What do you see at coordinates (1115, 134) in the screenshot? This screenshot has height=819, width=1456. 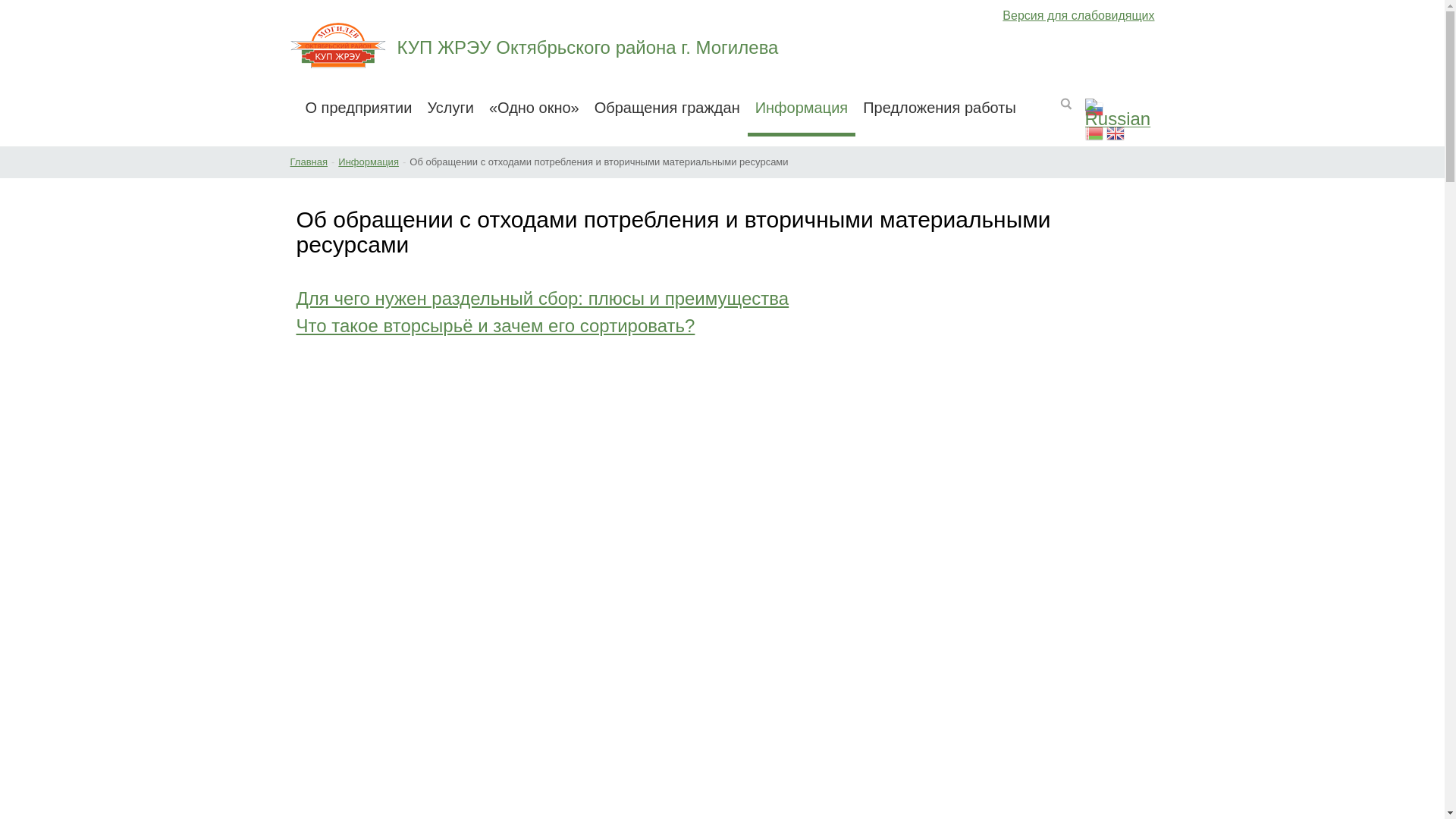 I see `'English'` at bounding box center [1115, 134].